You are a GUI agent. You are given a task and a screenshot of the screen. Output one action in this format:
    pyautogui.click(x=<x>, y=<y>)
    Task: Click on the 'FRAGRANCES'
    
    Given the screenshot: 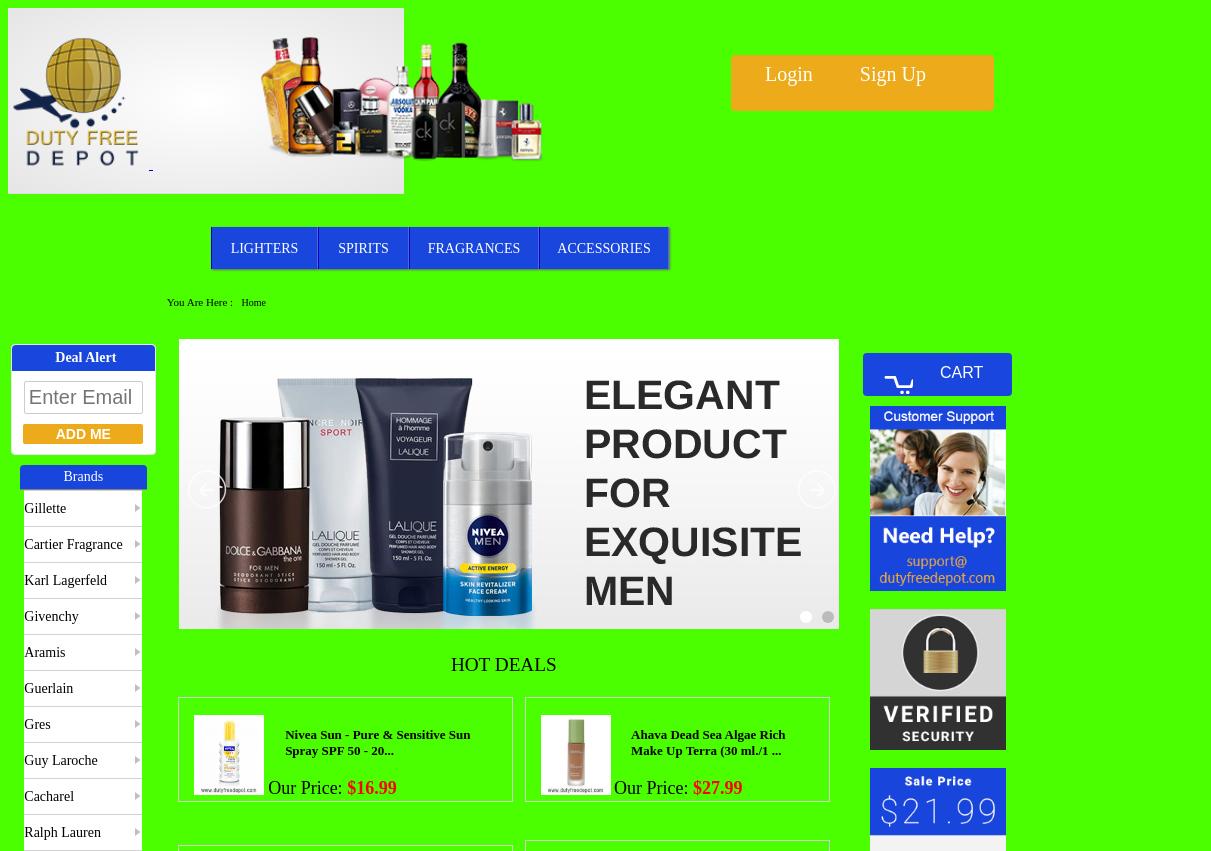 What is the action you would take?
    pyautogui.click(x=473, y=246)
    